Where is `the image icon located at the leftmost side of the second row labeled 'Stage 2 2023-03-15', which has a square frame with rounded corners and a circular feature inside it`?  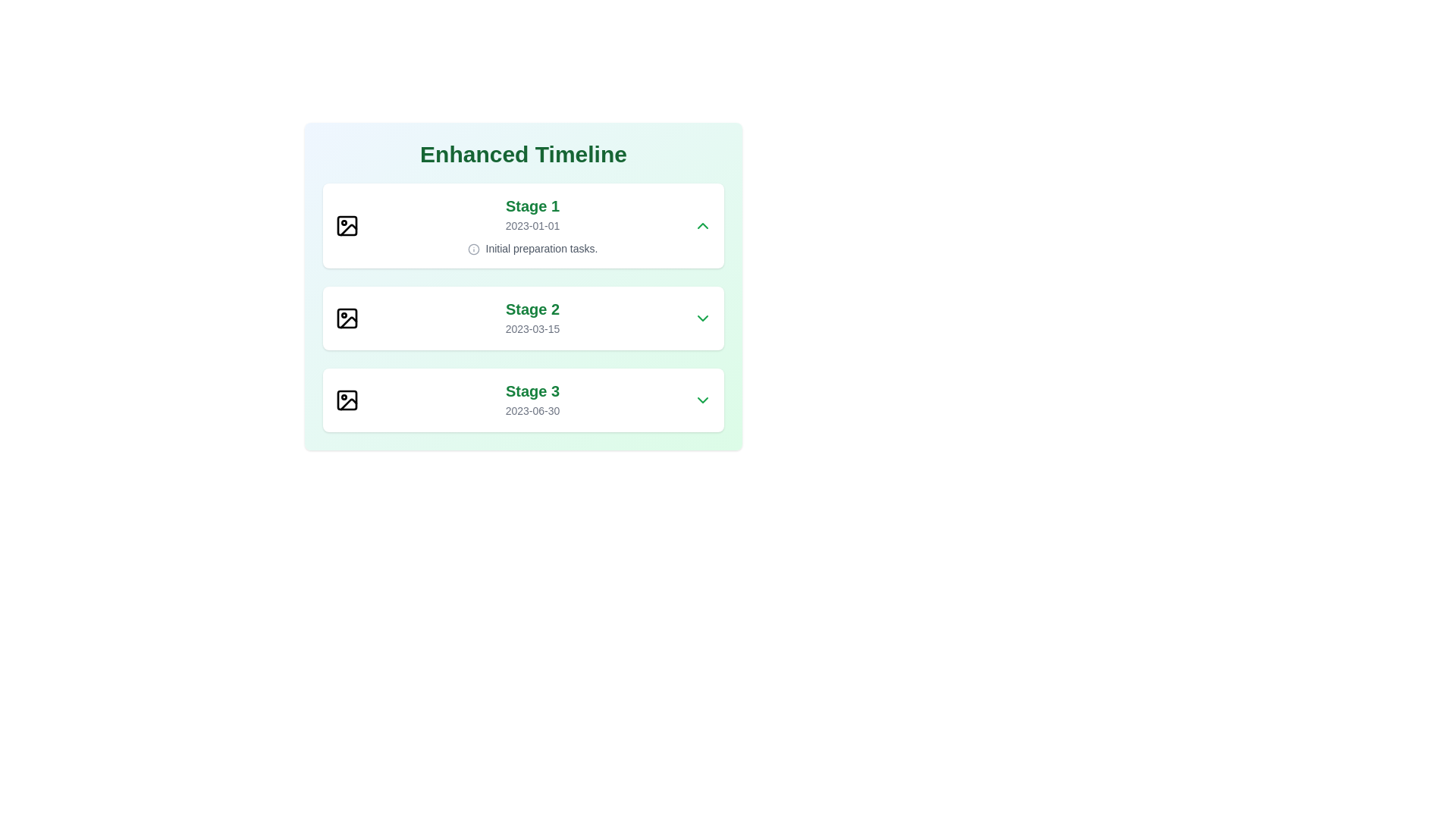 the image icon located at the leftmost side of the second row labeled 'Stage 2 2023-03-15', which has a square frame with rounded corners and a circular feature inside it is located at coordinates (346, 318).